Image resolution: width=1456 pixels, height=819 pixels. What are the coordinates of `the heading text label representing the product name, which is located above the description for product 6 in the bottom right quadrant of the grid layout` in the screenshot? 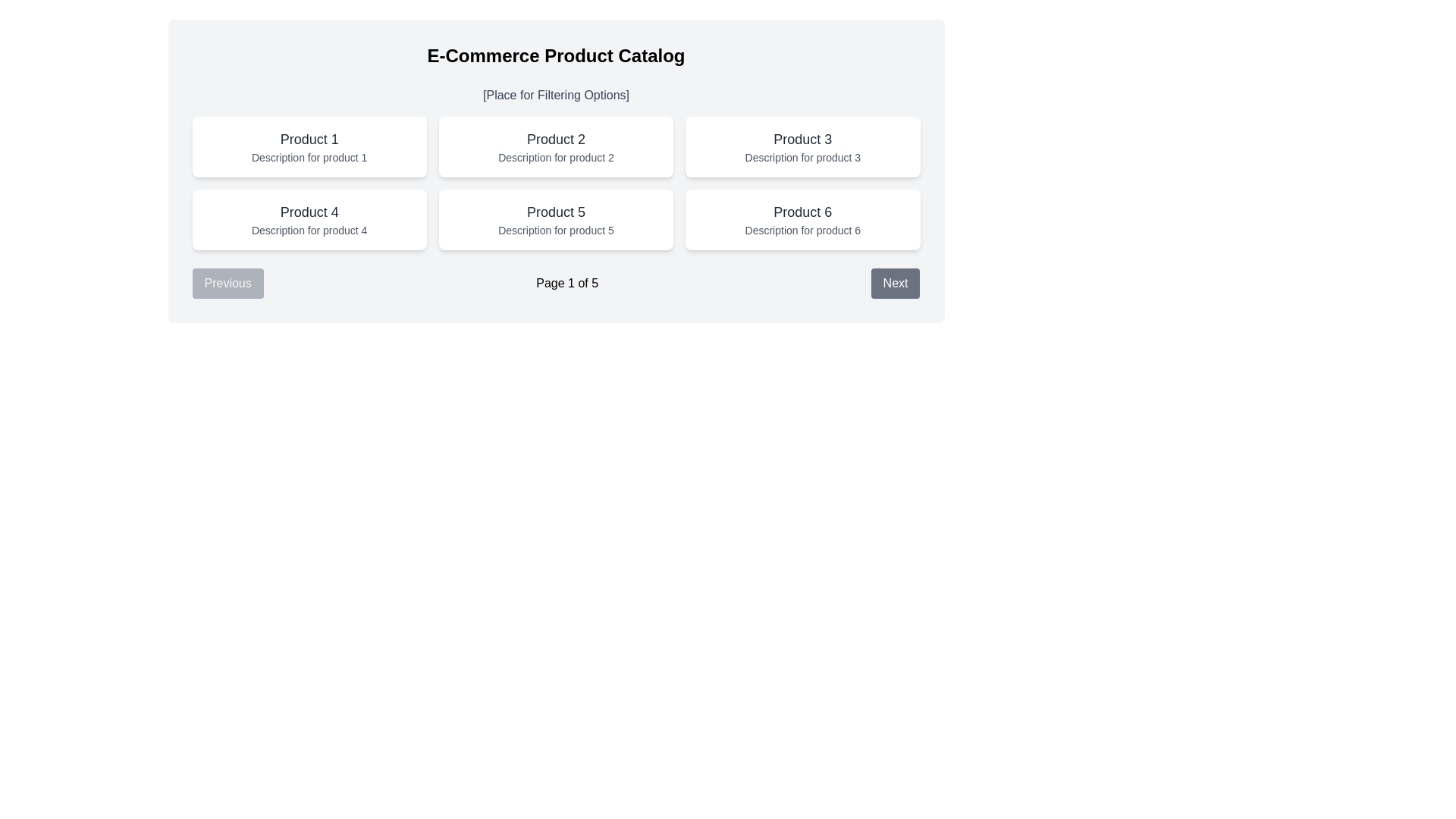 It's located at (802, 212).